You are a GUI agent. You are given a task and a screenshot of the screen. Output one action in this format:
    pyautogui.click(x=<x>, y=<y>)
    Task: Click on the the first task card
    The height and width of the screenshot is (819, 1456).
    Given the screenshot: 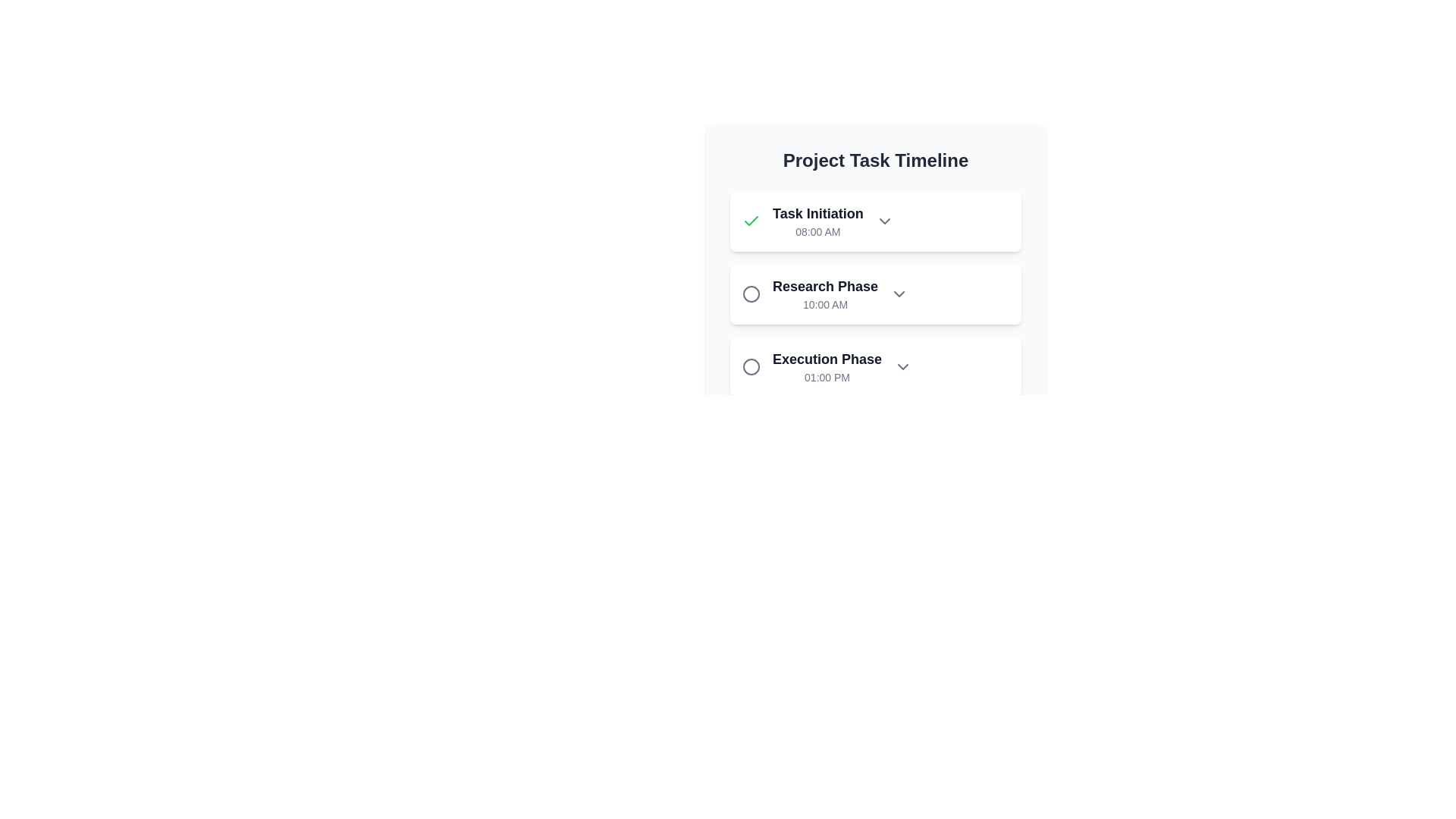 What is the action you would take?
    pyautogui.click(x=876, y=221)
    